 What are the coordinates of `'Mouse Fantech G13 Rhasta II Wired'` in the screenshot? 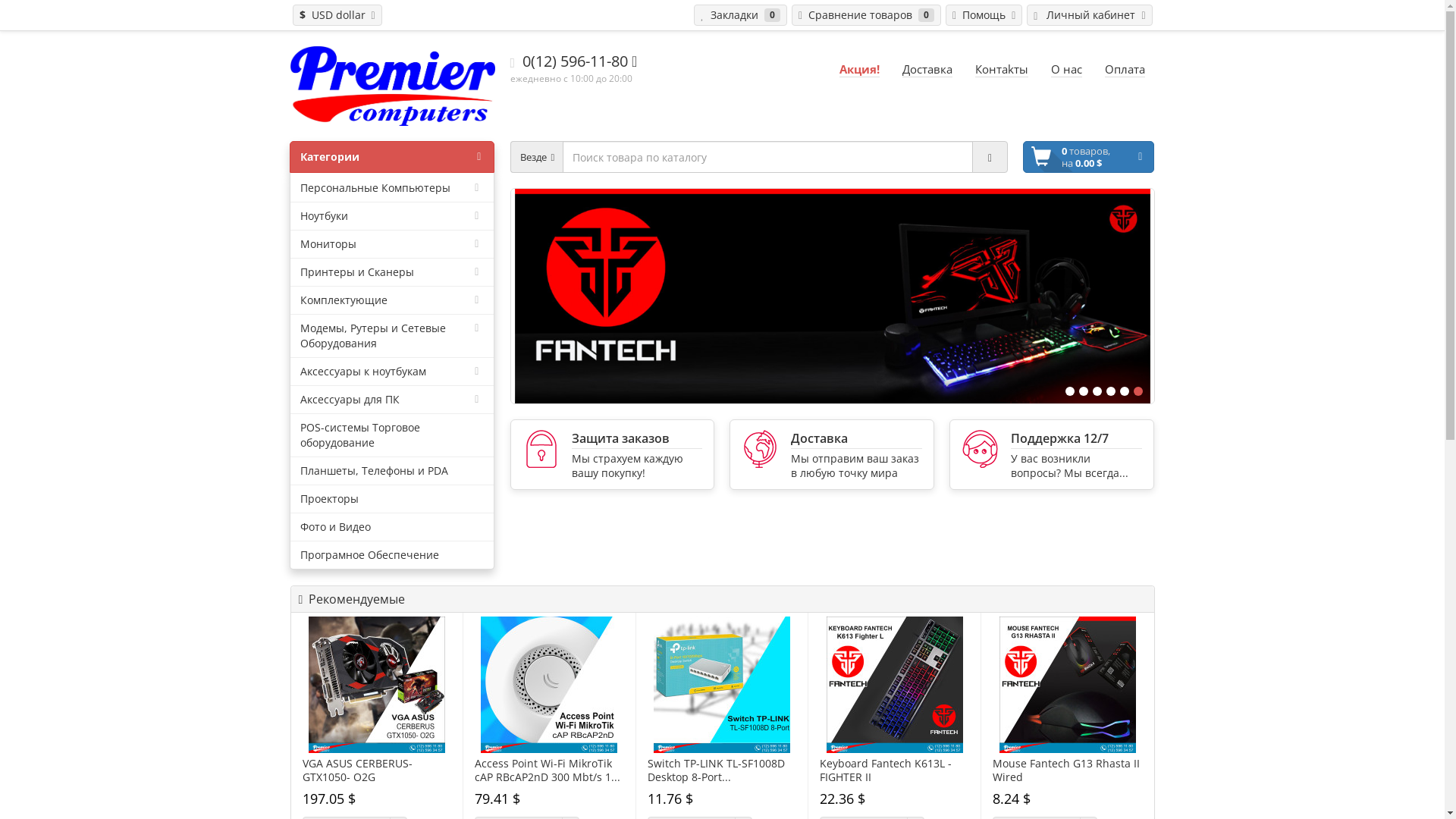 It's located at (1066, 770).